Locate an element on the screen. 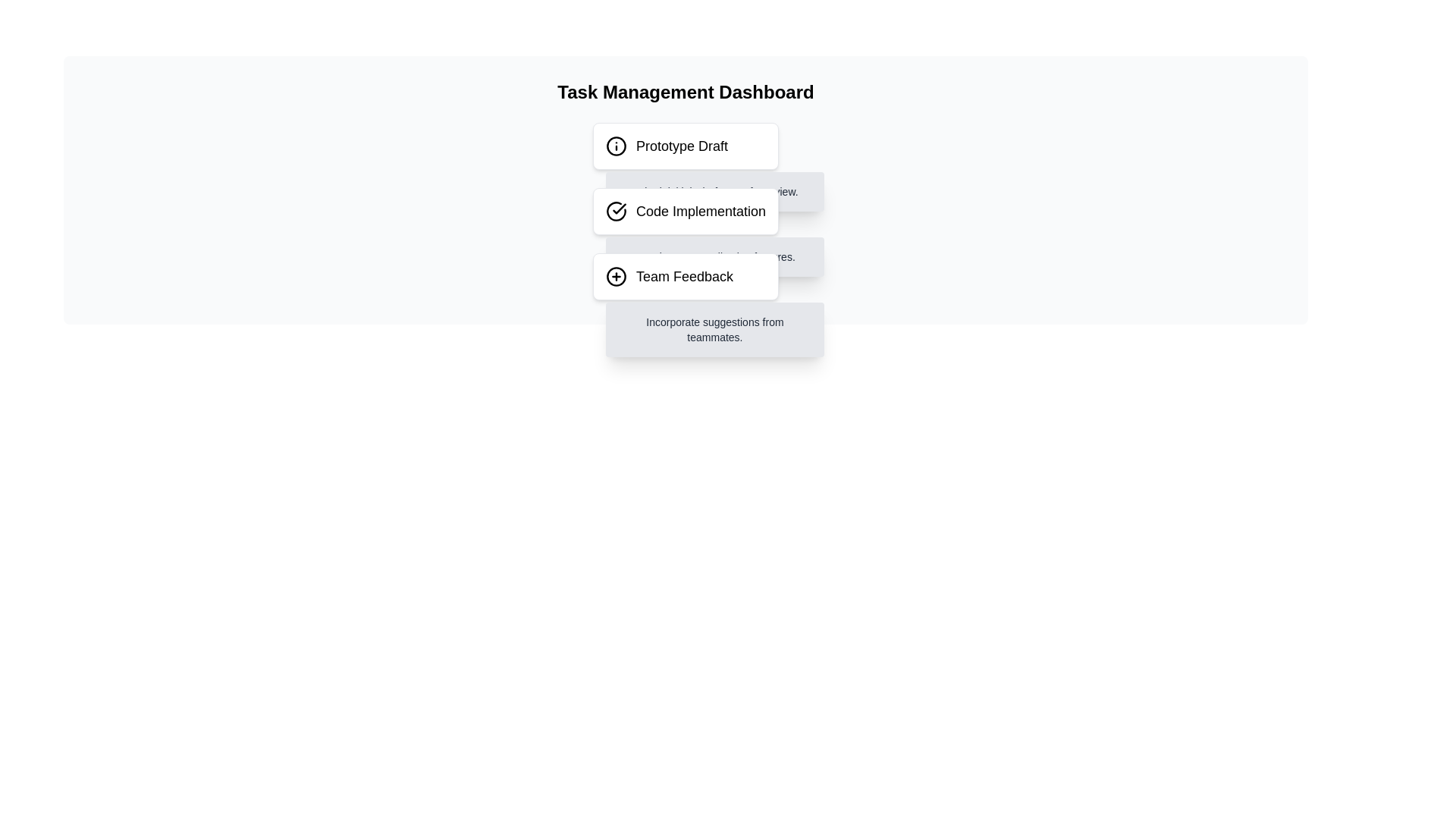 The height and width of the screenshot is (819, 1456). the informative icon located to the left of the text 'Prototype Draft' is located at coordinates (616, 146).